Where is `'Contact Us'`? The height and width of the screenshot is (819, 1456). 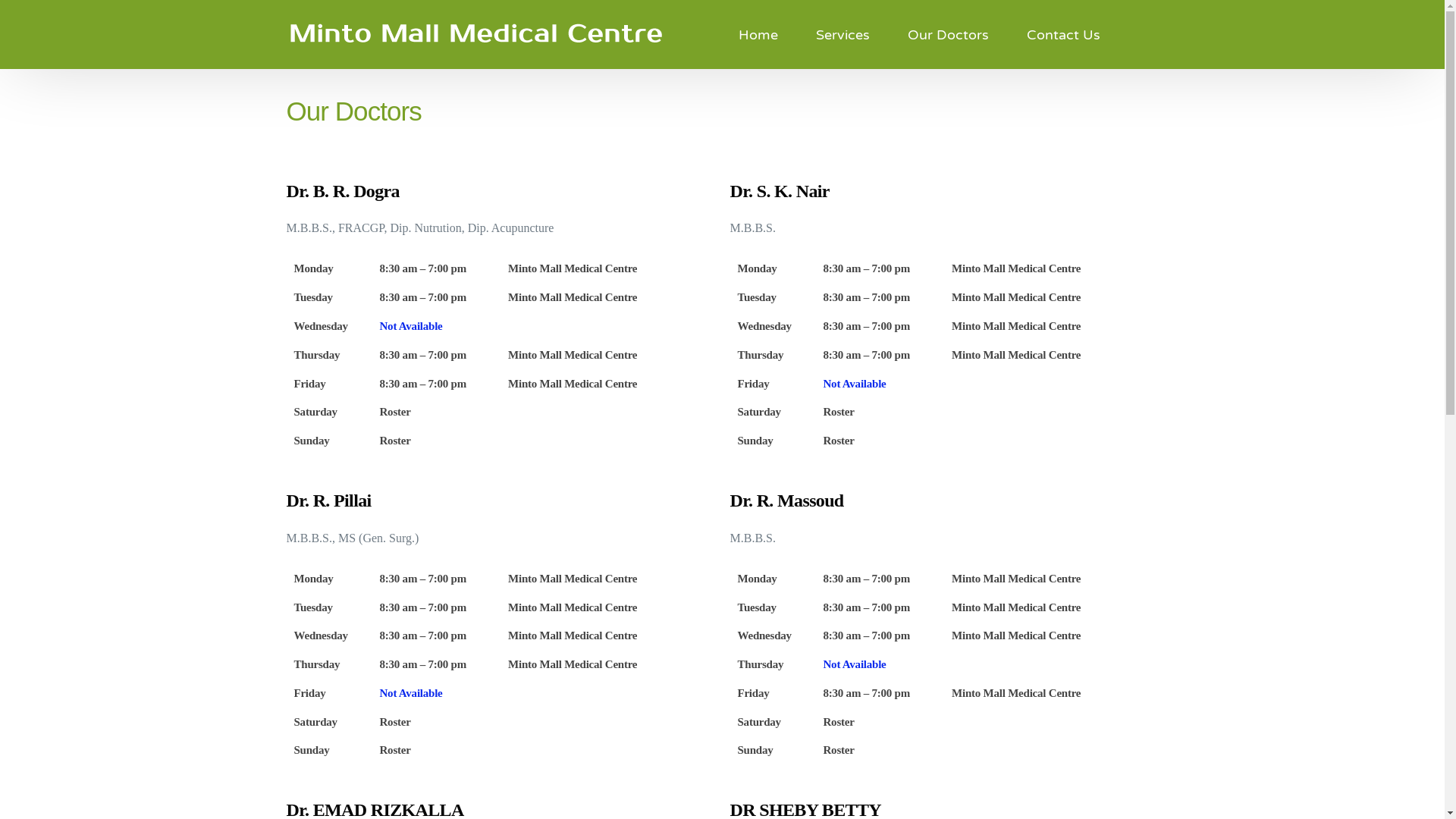
'Contact Us' is located at coordinates (1008, 34).